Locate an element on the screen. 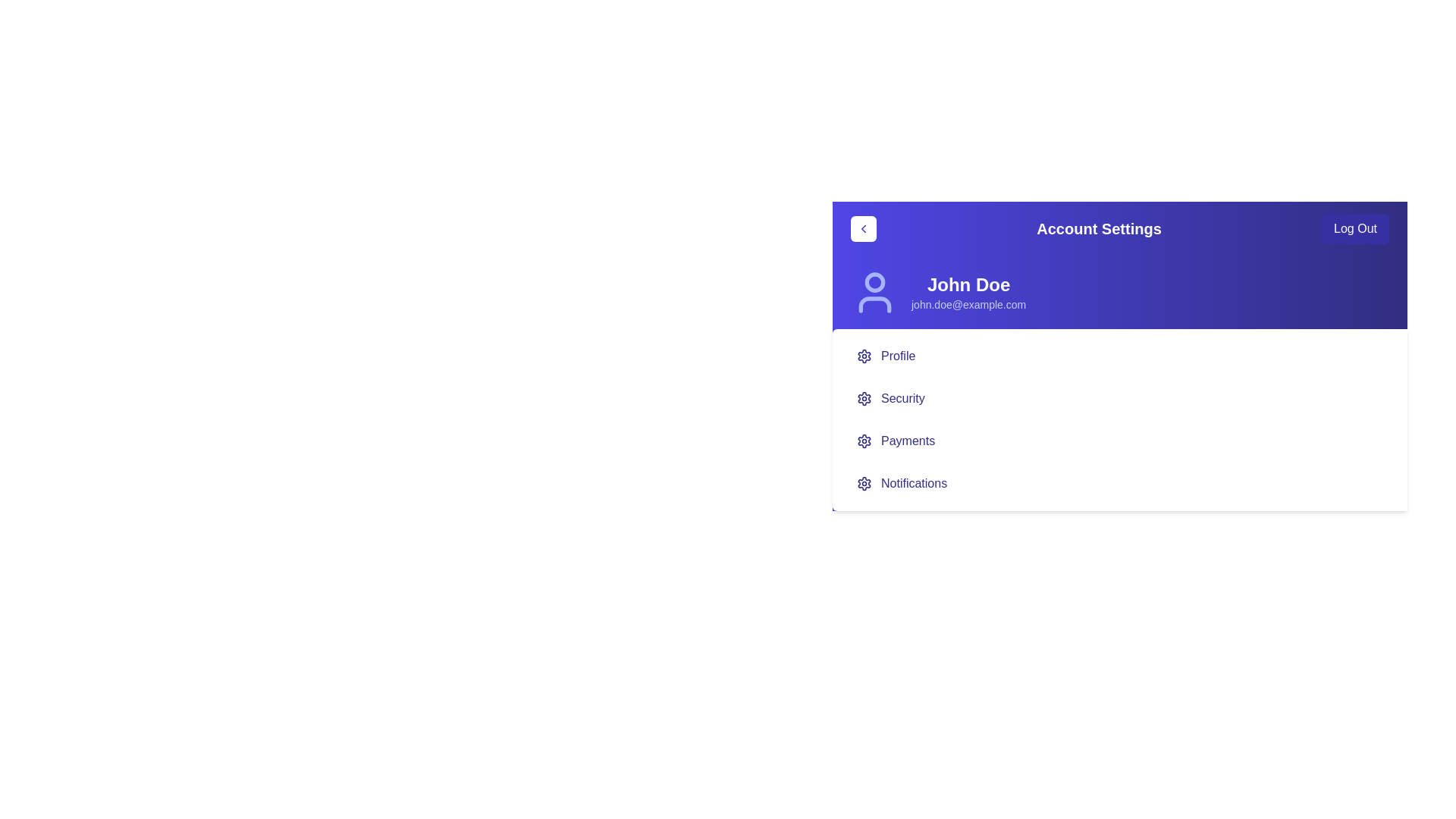 The width and height of the screenshot is (1456, 819). the navigation button located in the top-left corner of the 'Account Settings' panel is located at coordinates (863, 228).